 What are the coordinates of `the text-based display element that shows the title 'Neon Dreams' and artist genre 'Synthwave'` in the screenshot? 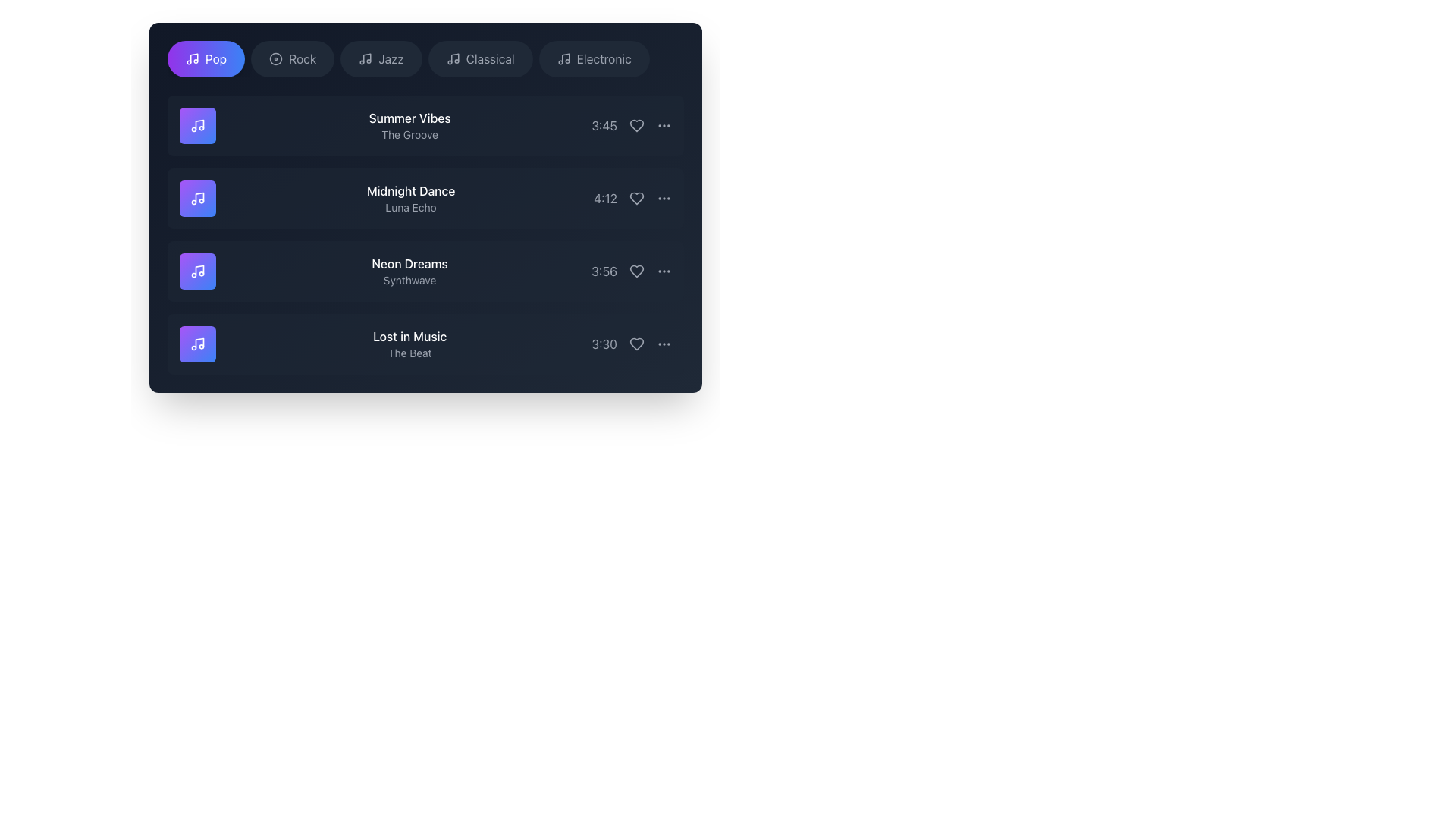 It's located at (409, 271).